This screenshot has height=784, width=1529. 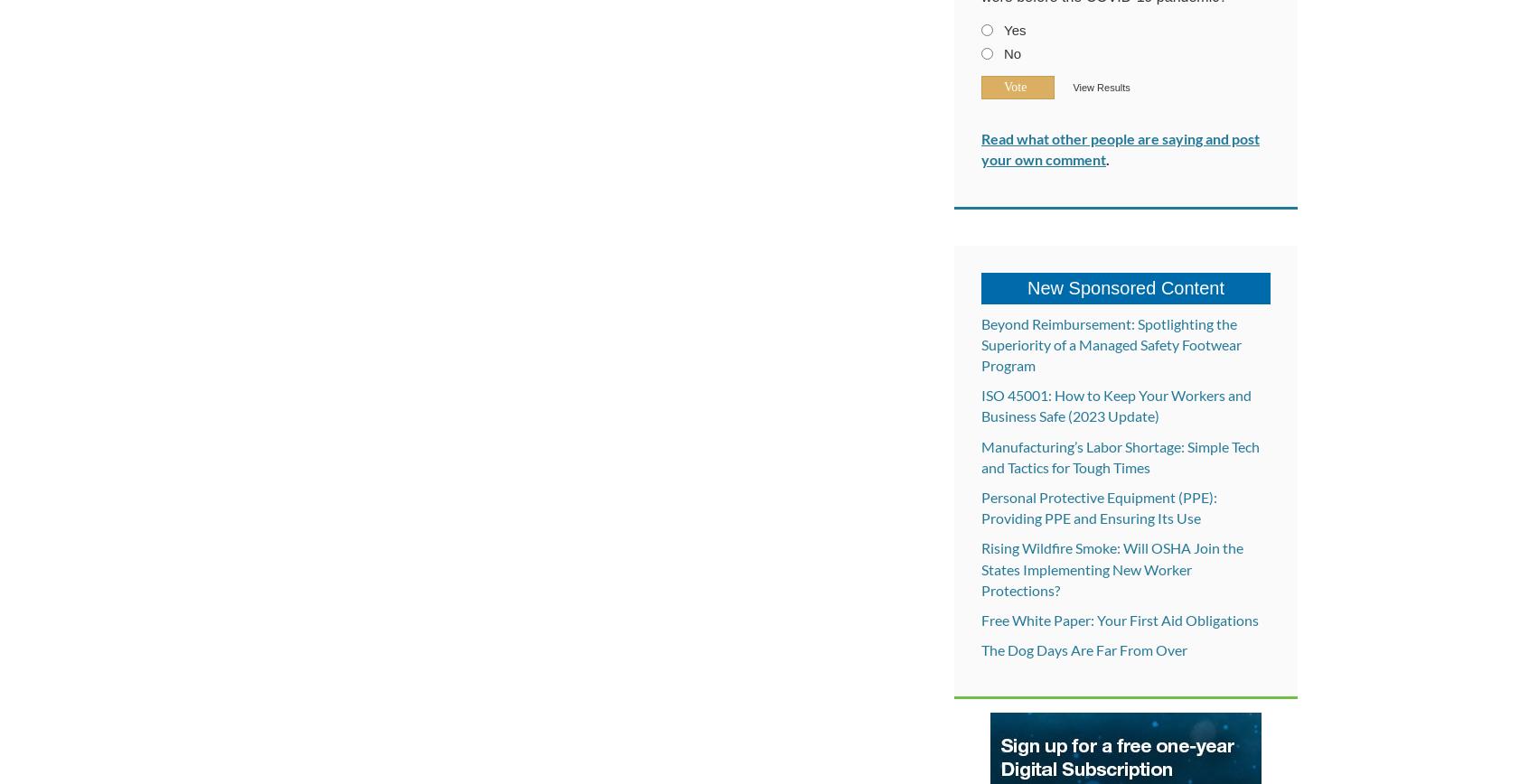 What do you see at coordinates (980, 405) in the screenshot?
I see `'ISO 45001: How to Keep Your Workers and Business Safe (2023 Update)'` at bounding box center [980, 405].